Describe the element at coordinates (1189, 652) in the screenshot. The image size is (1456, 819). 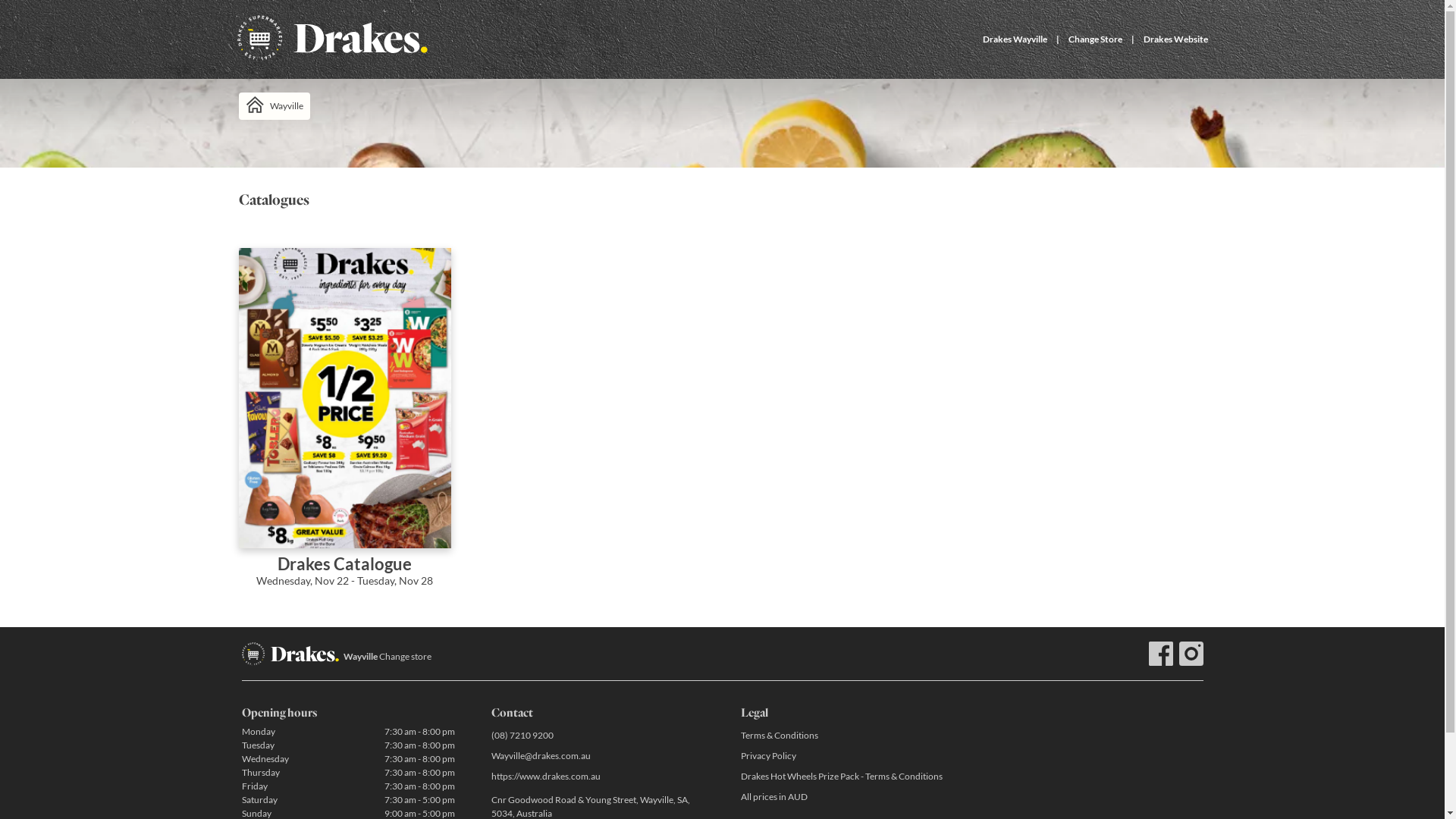
I see `'Instagram drakessupermarkets'` at that location.